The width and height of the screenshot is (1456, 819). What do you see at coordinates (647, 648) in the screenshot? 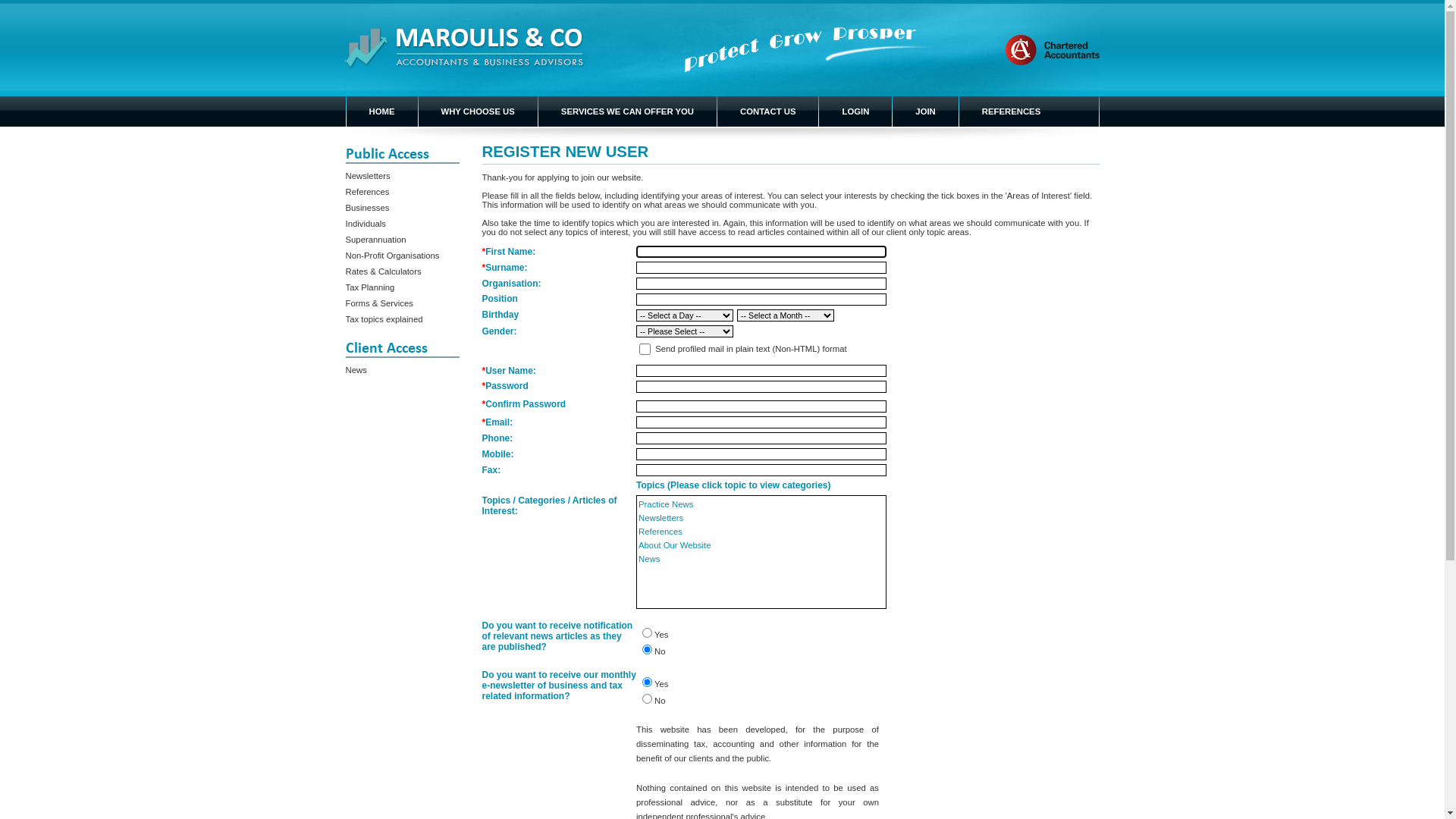
I see `'No'` at bounding box center [647, 648].